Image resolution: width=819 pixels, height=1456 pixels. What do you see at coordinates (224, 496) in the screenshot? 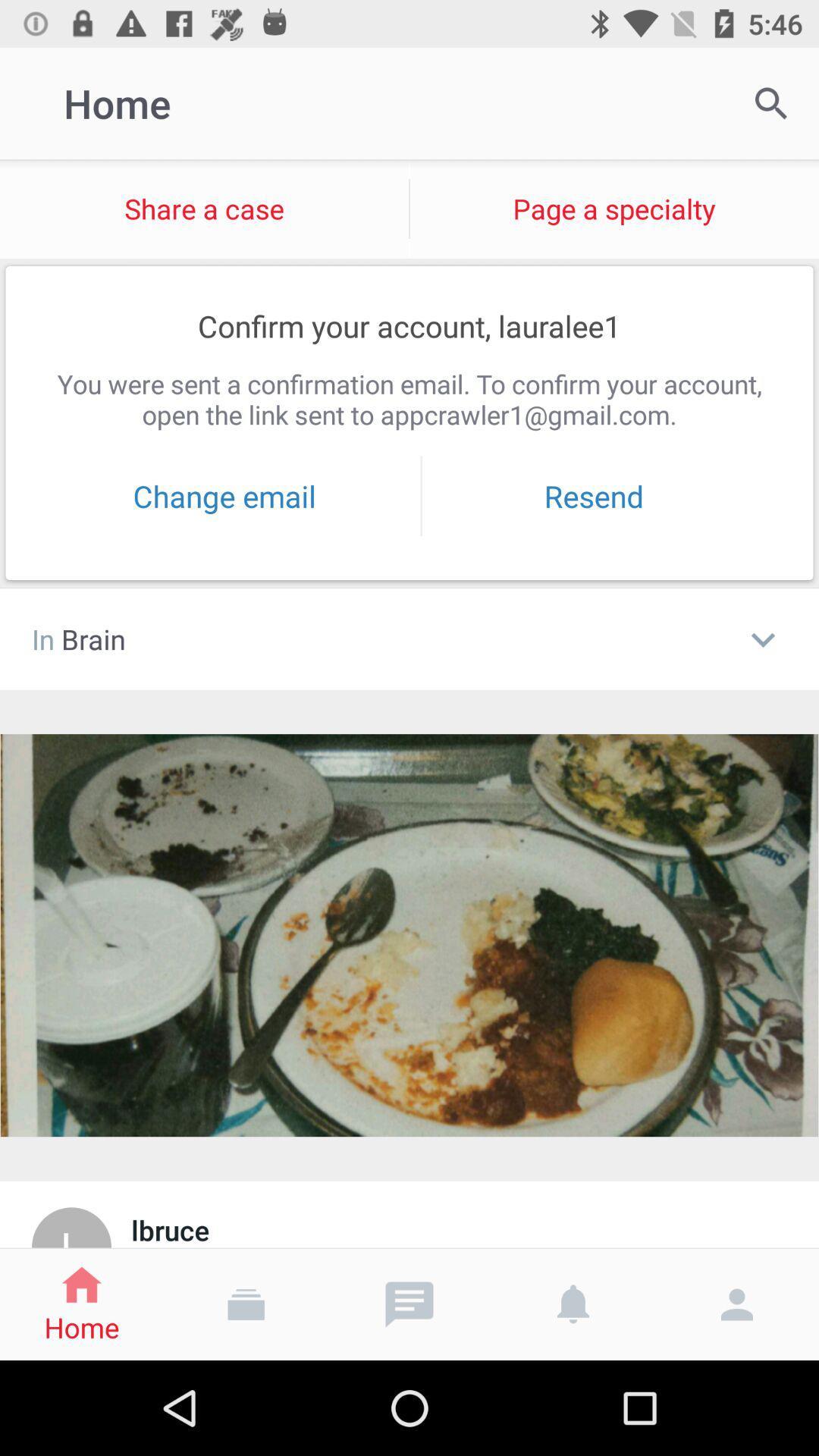
I see `the icon below you were sent` at bounding box center [224, 496].